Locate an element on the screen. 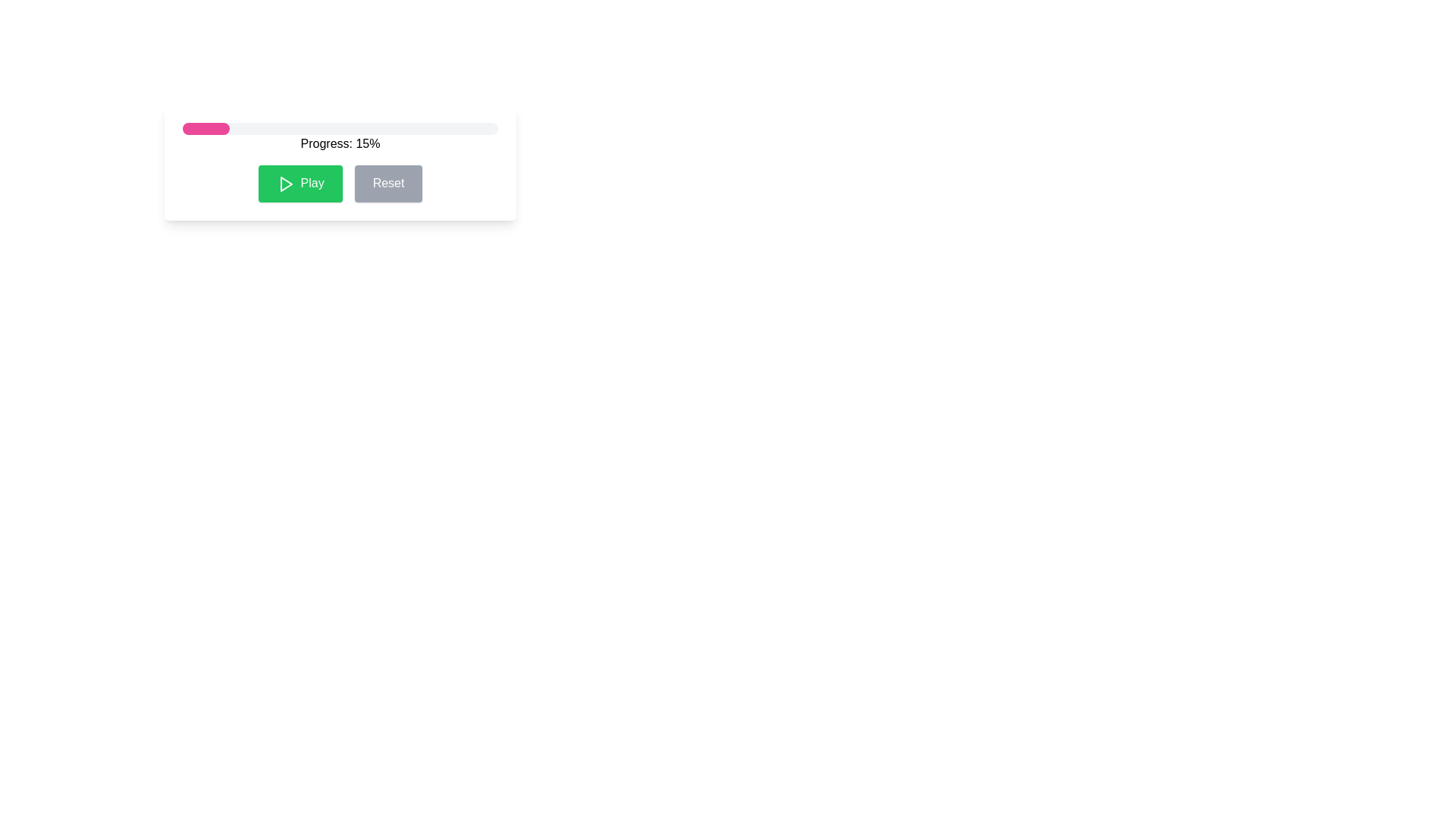  the 'Reset' button is located at coordinates (388, 183).